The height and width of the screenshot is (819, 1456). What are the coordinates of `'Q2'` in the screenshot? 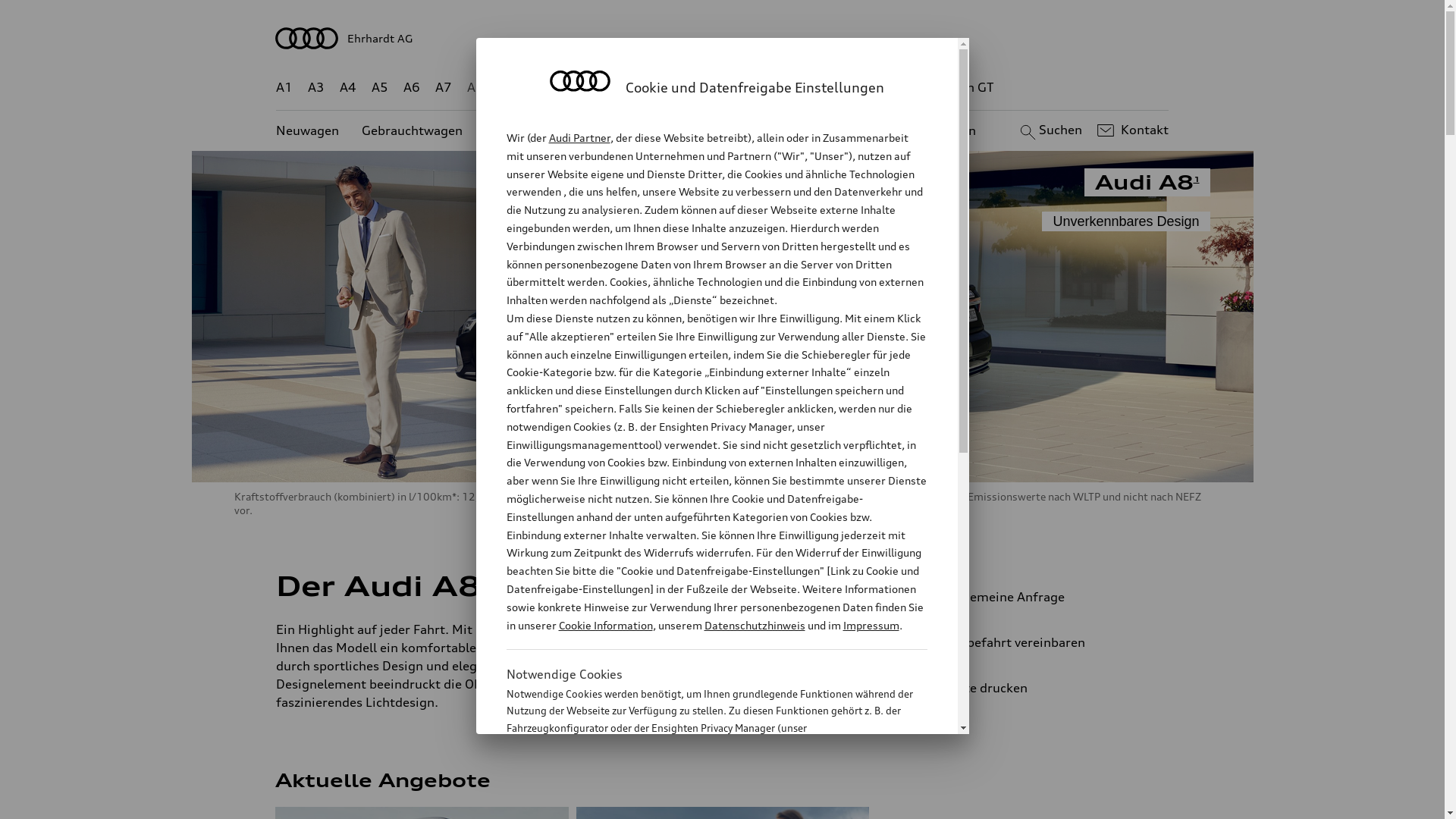 It's located at (507, 87).